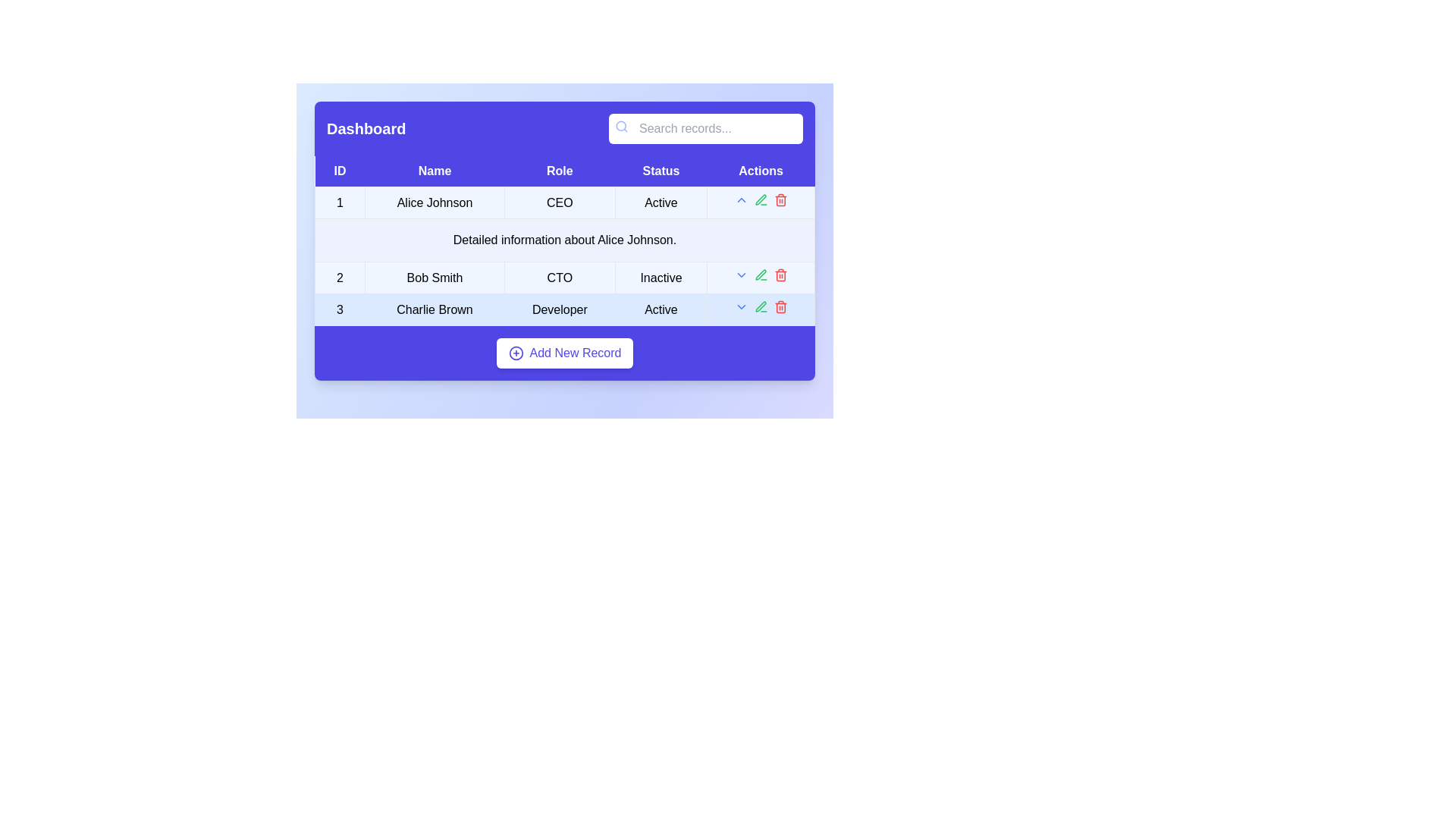  I want to click on the Edit button, so click(761, 275).